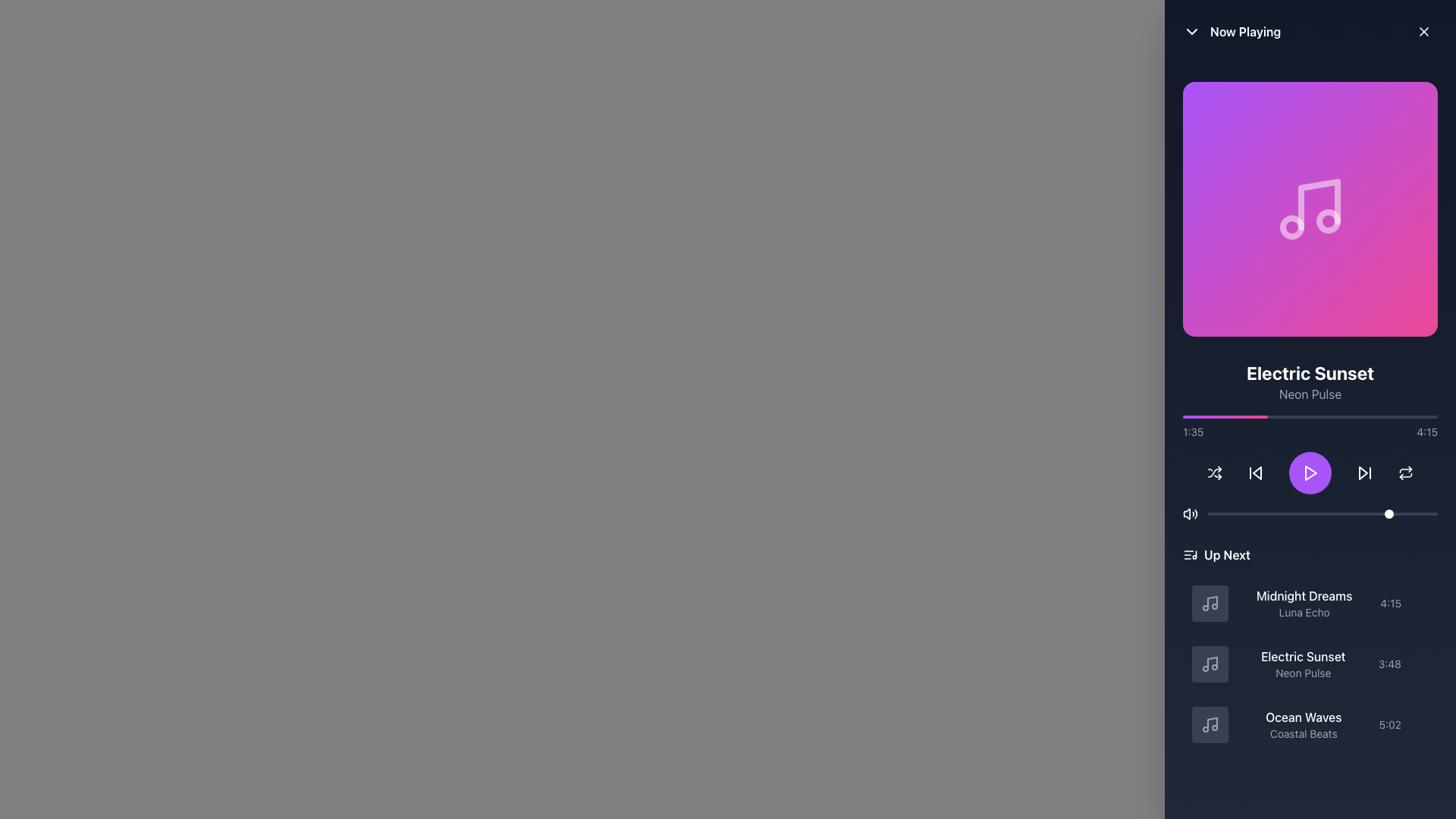 The image size is (1456, 819). What do you see at coordinates (1256, 472) in the screenshot?
I see `the skip backward button located in the music control panel` at bounding box center [1256, 472].